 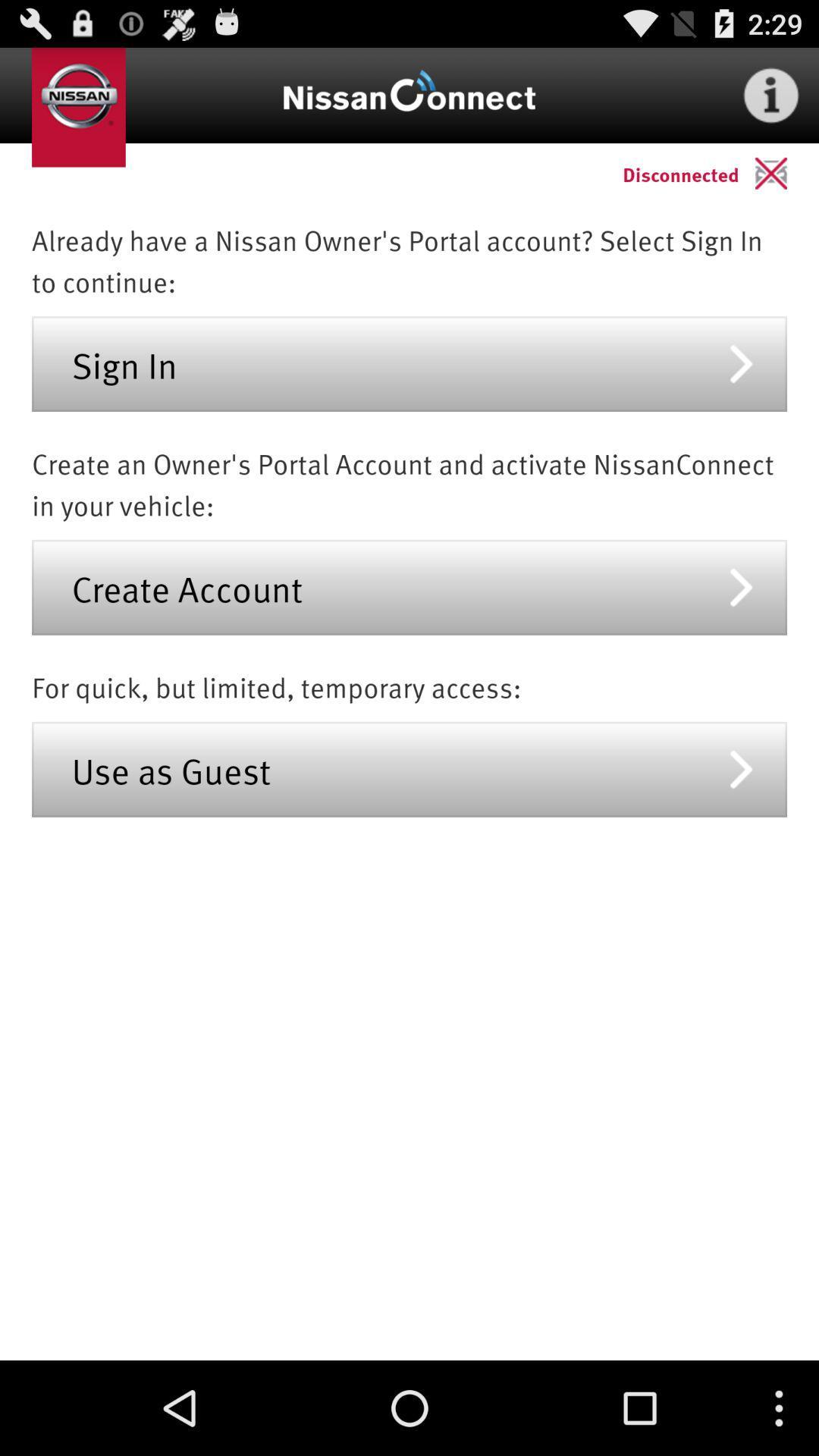 What do you see at coordinates (409, 769) in the screenshot?
I see `use as guest` at bounding box center [409, 769].